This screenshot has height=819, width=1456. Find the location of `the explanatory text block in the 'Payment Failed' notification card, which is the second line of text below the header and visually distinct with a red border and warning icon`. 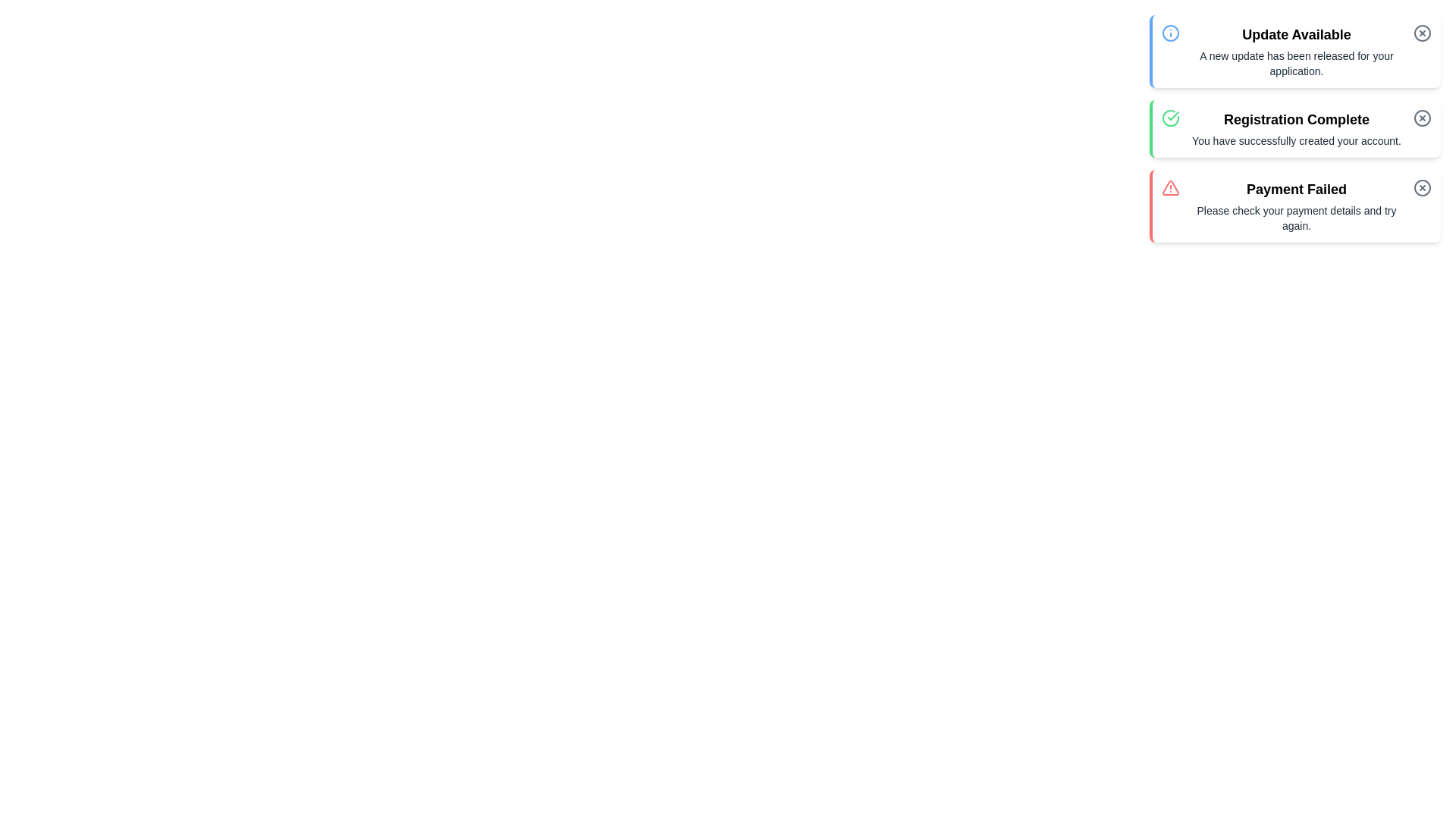

the explanatory text block in the 'Payment Failed' notification card, which is the second line of text below the header and visually distinct with a red border and warning icon is located at coordinates (1295, 218).